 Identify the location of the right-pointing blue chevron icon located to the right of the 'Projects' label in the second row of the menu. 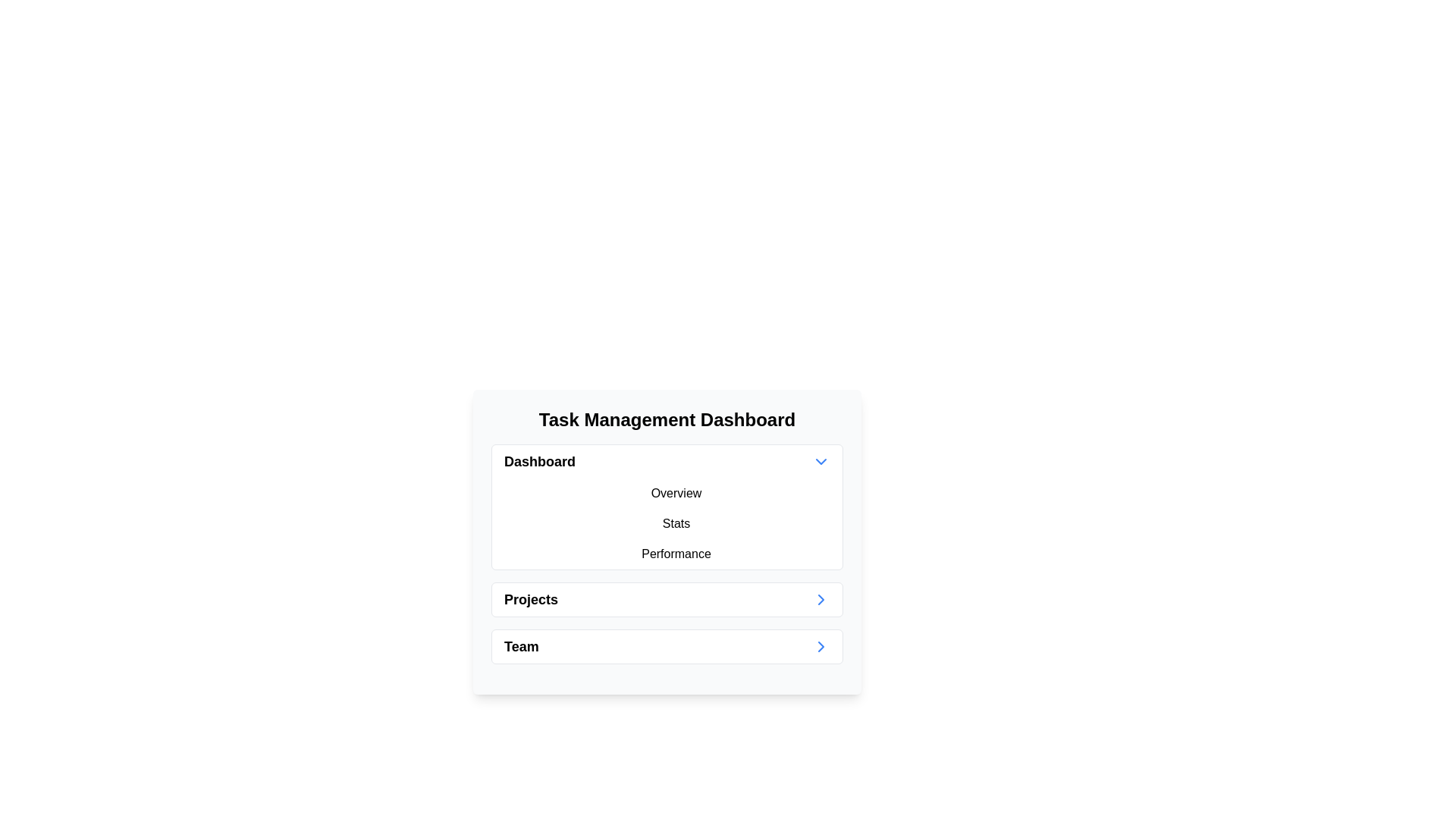
(821, 598).